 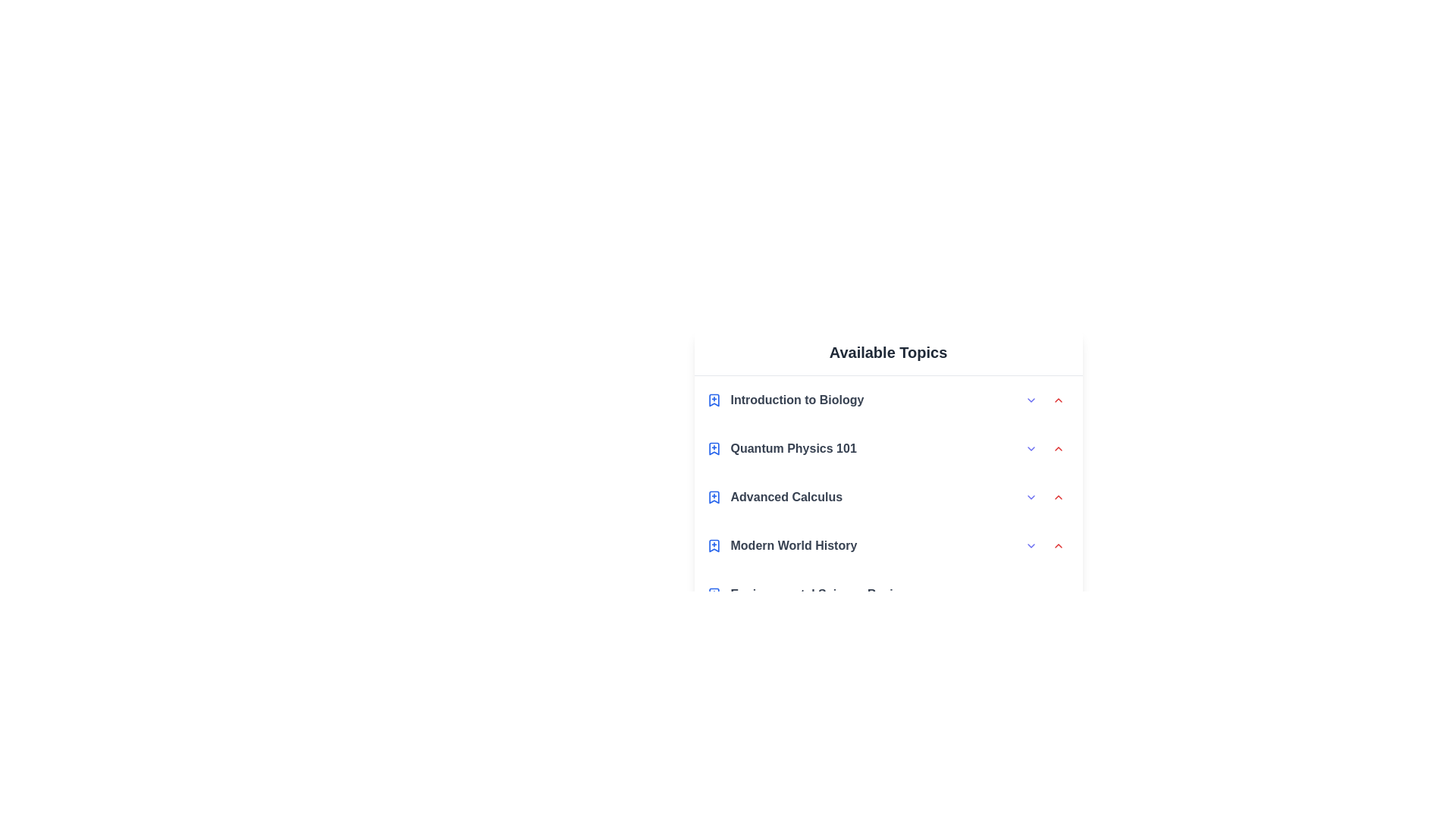 What do you see at coordinates (713, 593) in the screenshot?
I see `the bookmark icon of the topic Environmental Science Basics` at bounding box center [713, 593].